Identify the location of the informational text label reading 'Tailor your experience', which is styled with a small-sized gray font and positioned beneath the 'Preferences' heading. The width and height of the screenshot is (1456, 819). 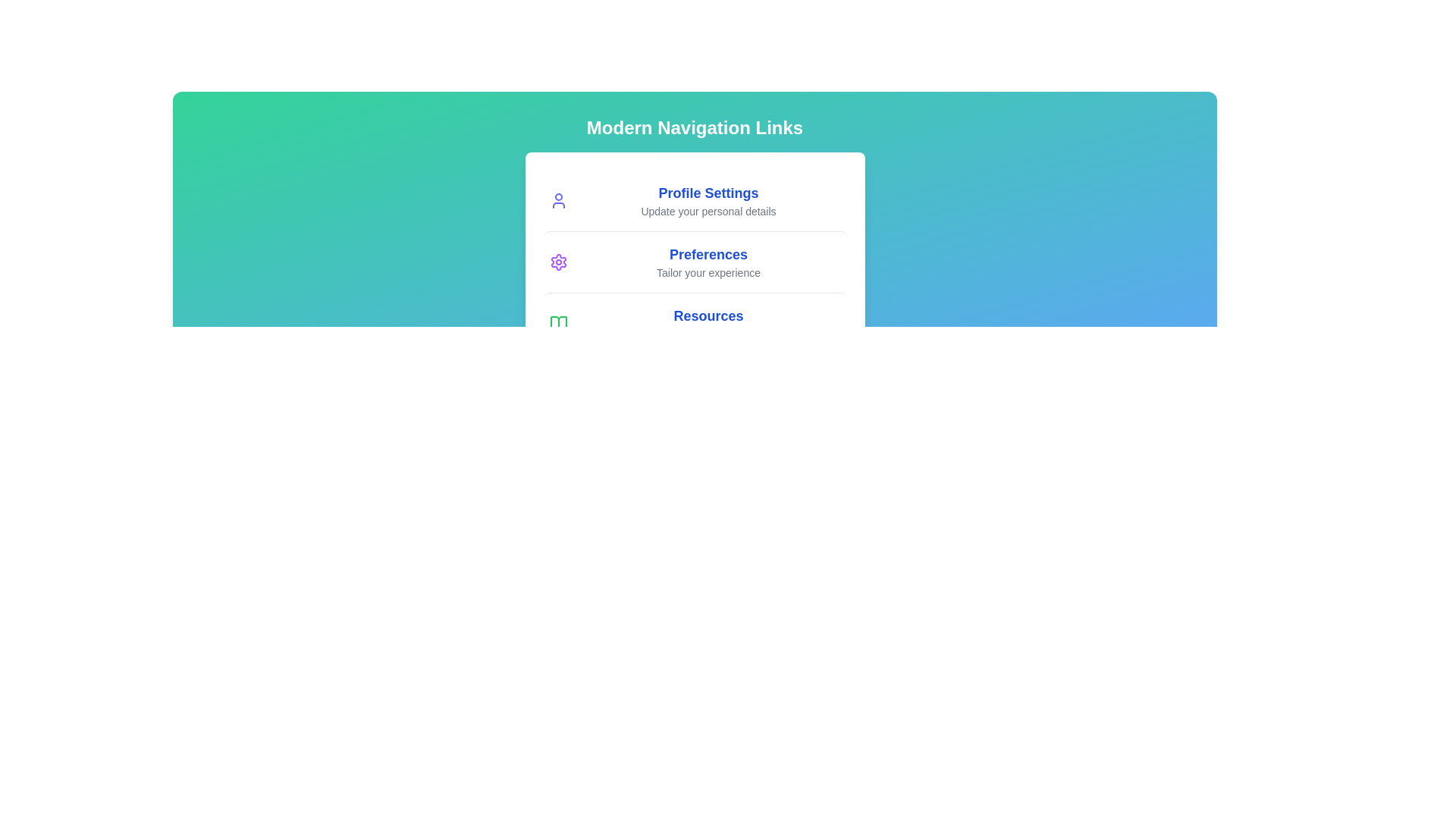
(708, 271).